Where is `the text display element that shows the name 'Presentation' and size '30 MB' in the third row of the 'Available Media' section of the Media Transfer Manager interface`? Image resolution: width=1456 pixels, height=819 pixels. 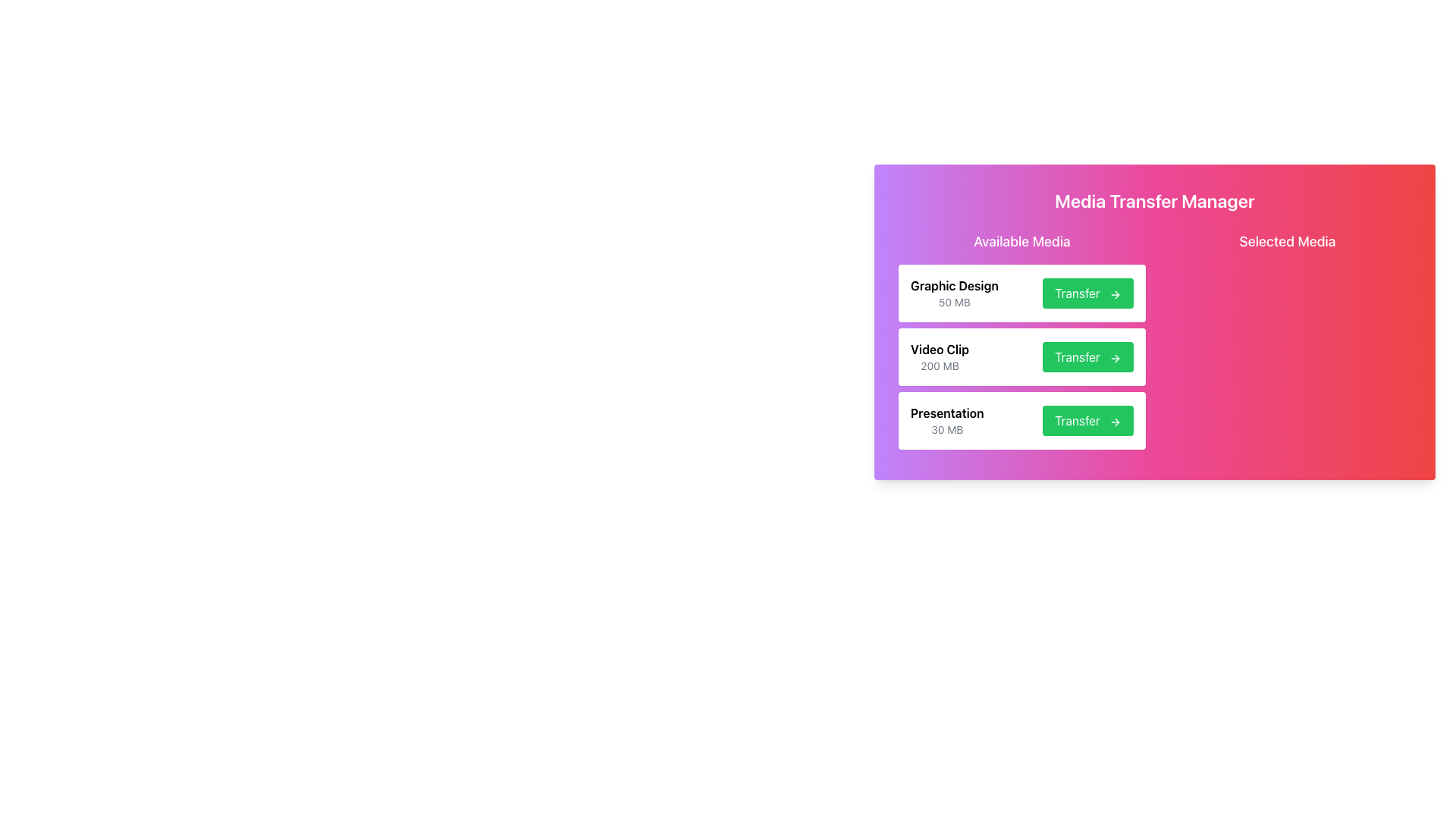
the text display element that shows the name 'Presentation' and size '30 MB' in the third row of the 'Available Media' section of the Media Transfer Manager interface is located at coordinates (946, 421).